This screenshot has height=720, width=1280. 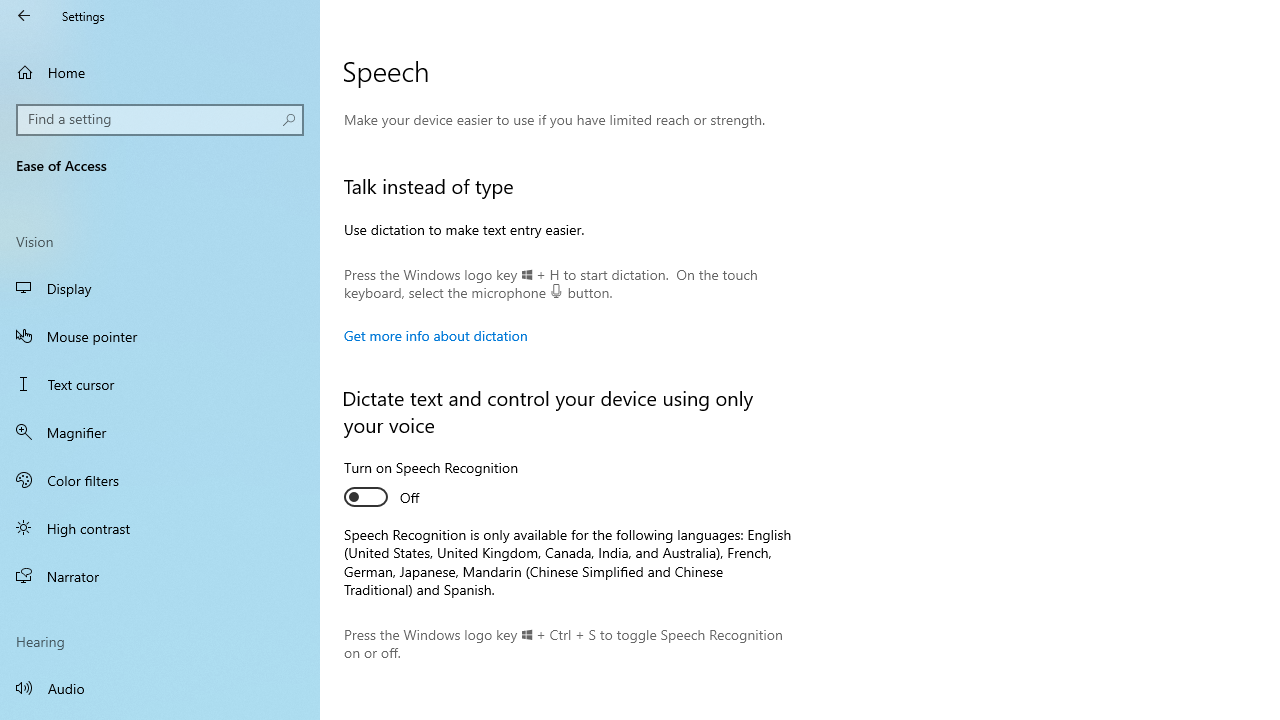 I want to click on 'Text cursor', so click(x=160, y=384).